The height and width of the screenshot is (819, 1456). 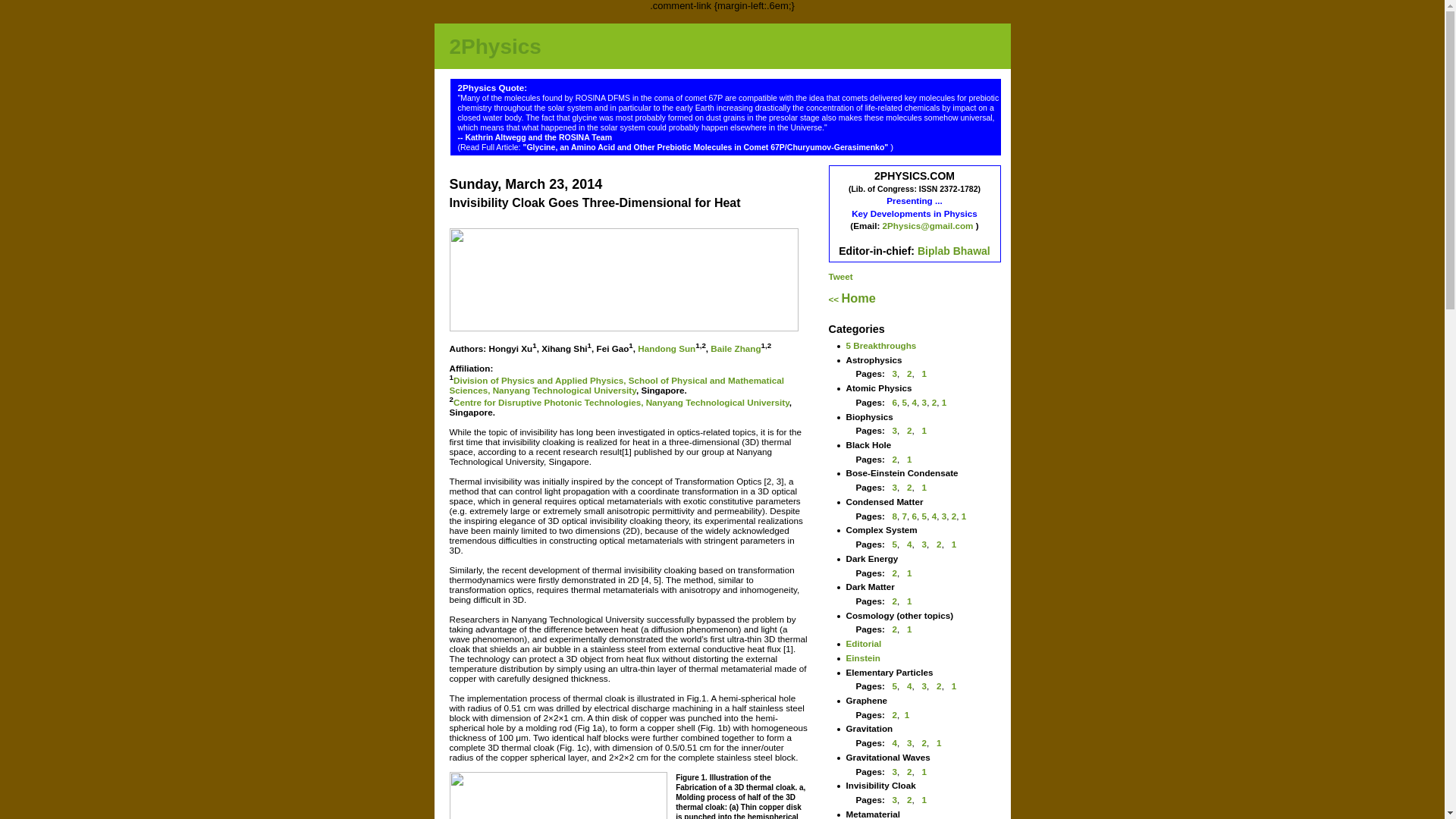 I want to click on '1', so click(x=909, y=629).